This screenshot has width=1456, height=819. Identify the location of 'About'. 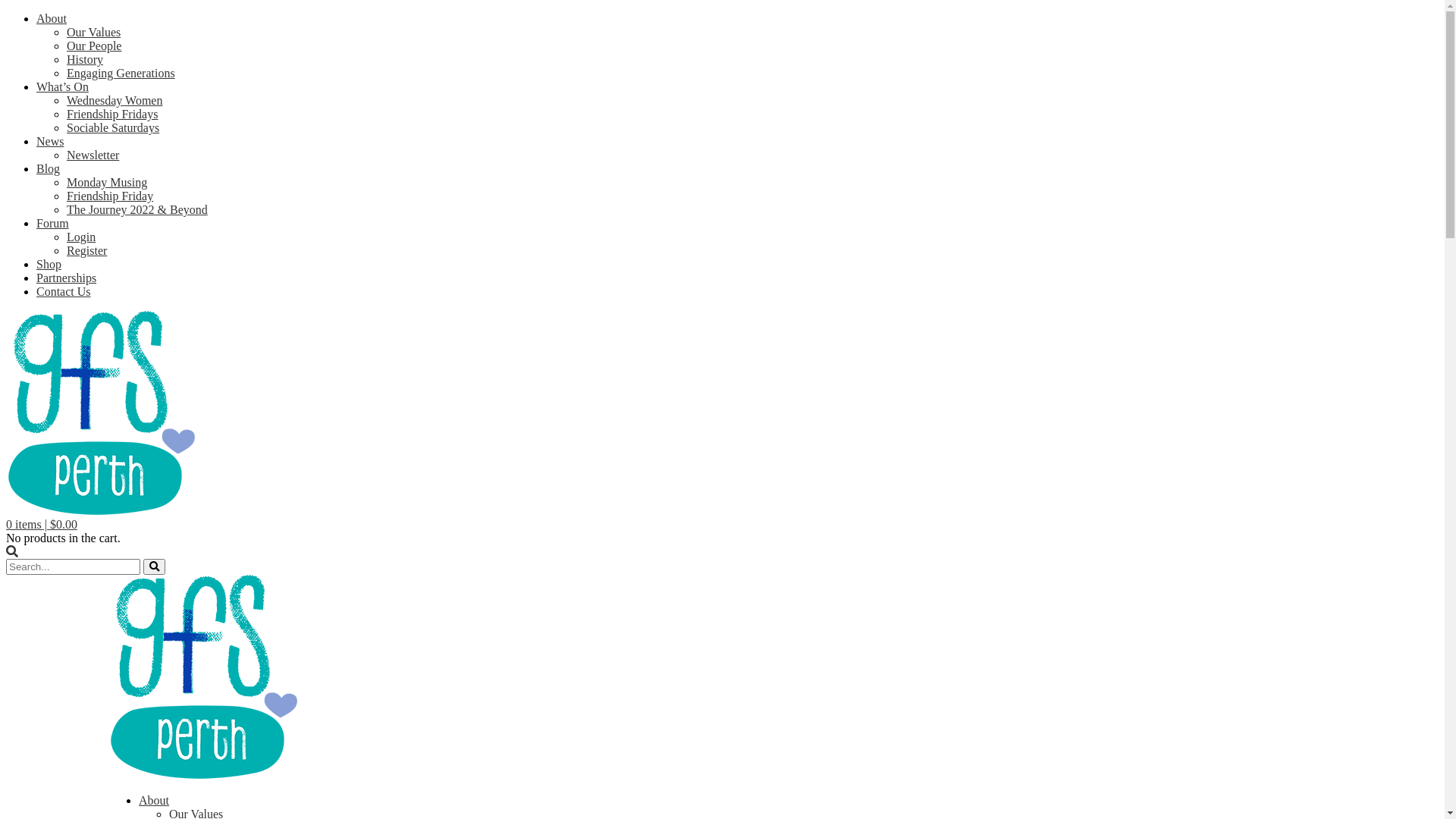
(153, 799).